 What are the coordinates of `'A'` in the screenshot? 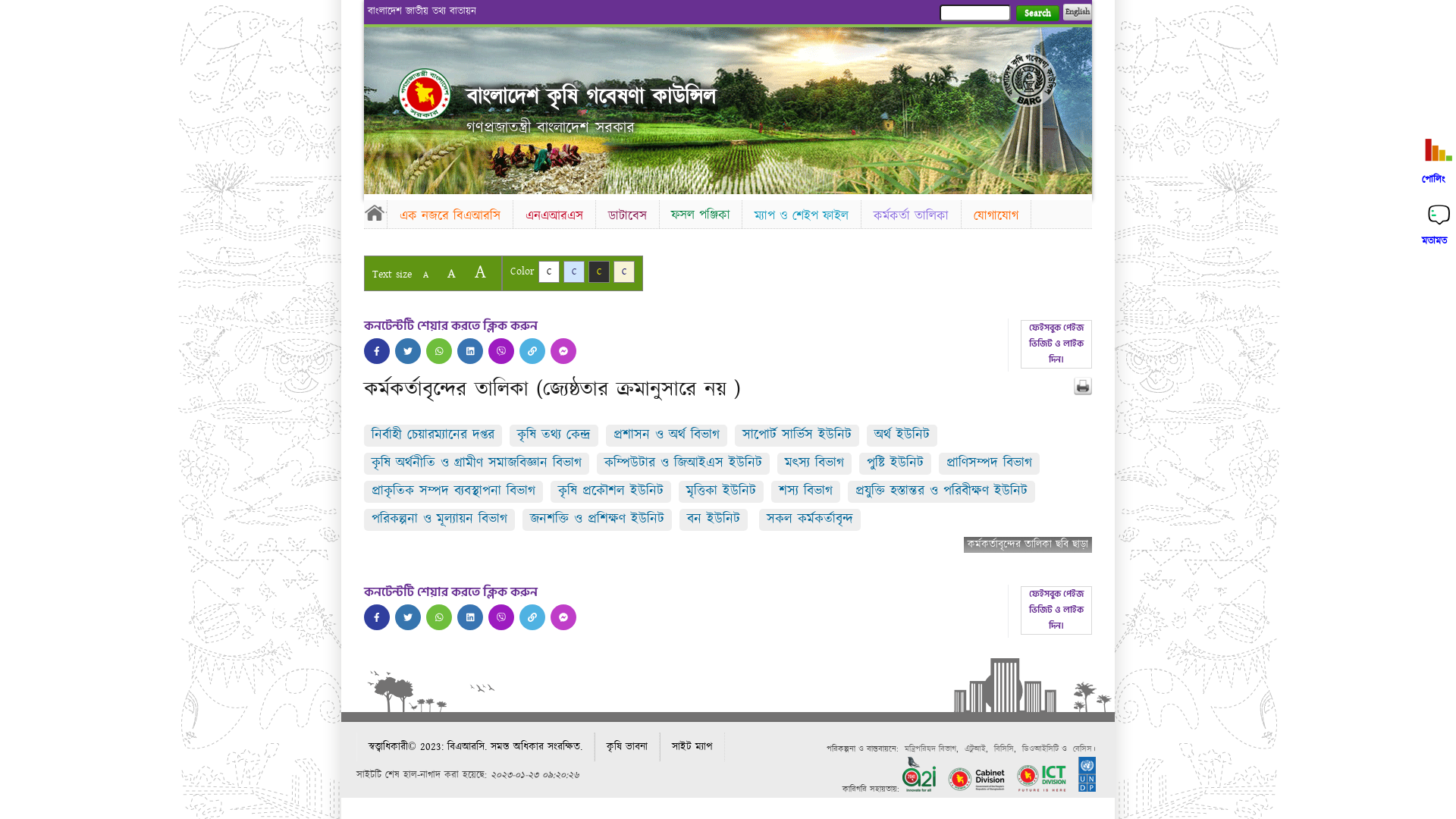 It's located at (450, 273).